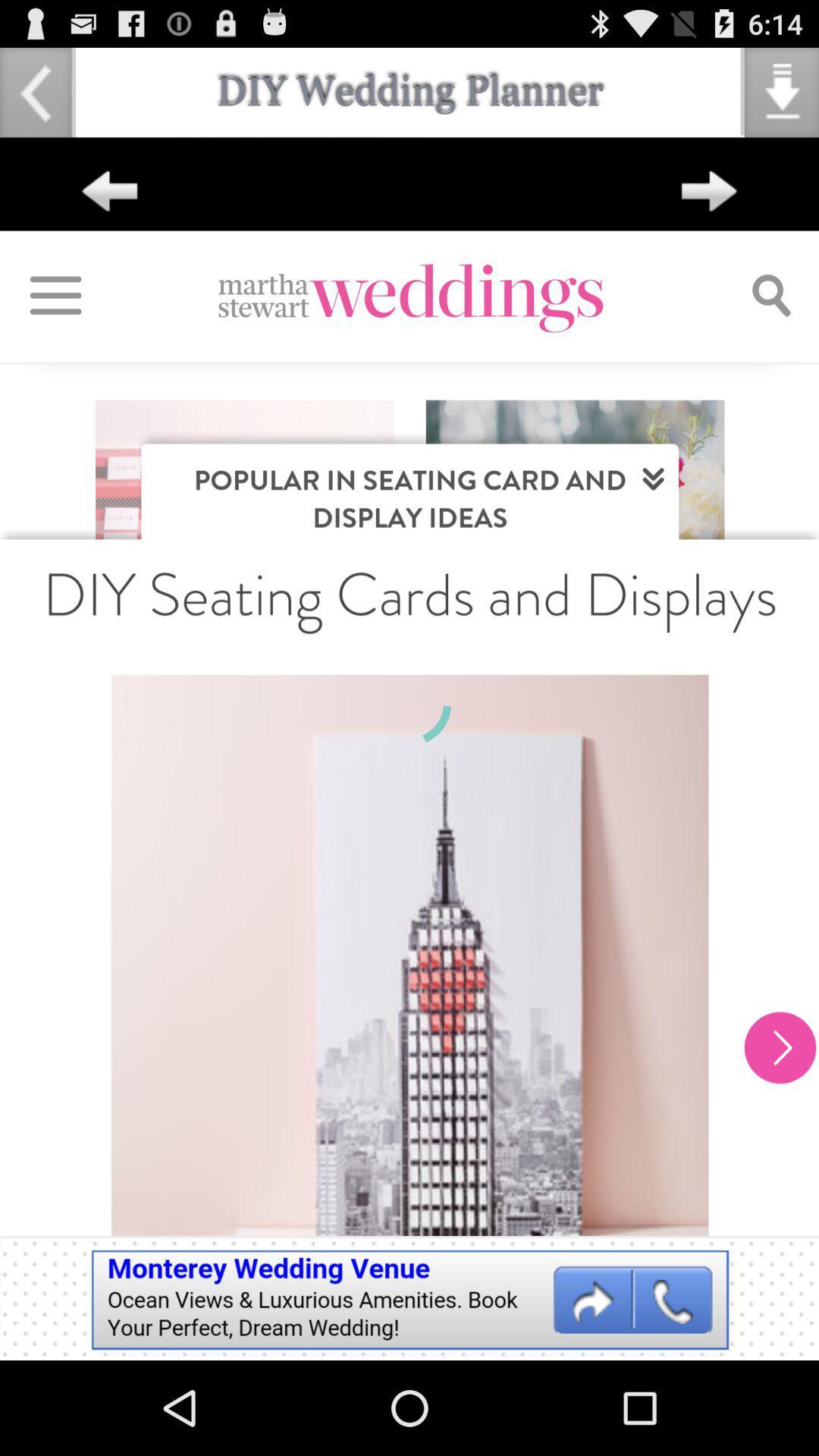  I want to click on the arrow_forward icon, so click(709, 205).